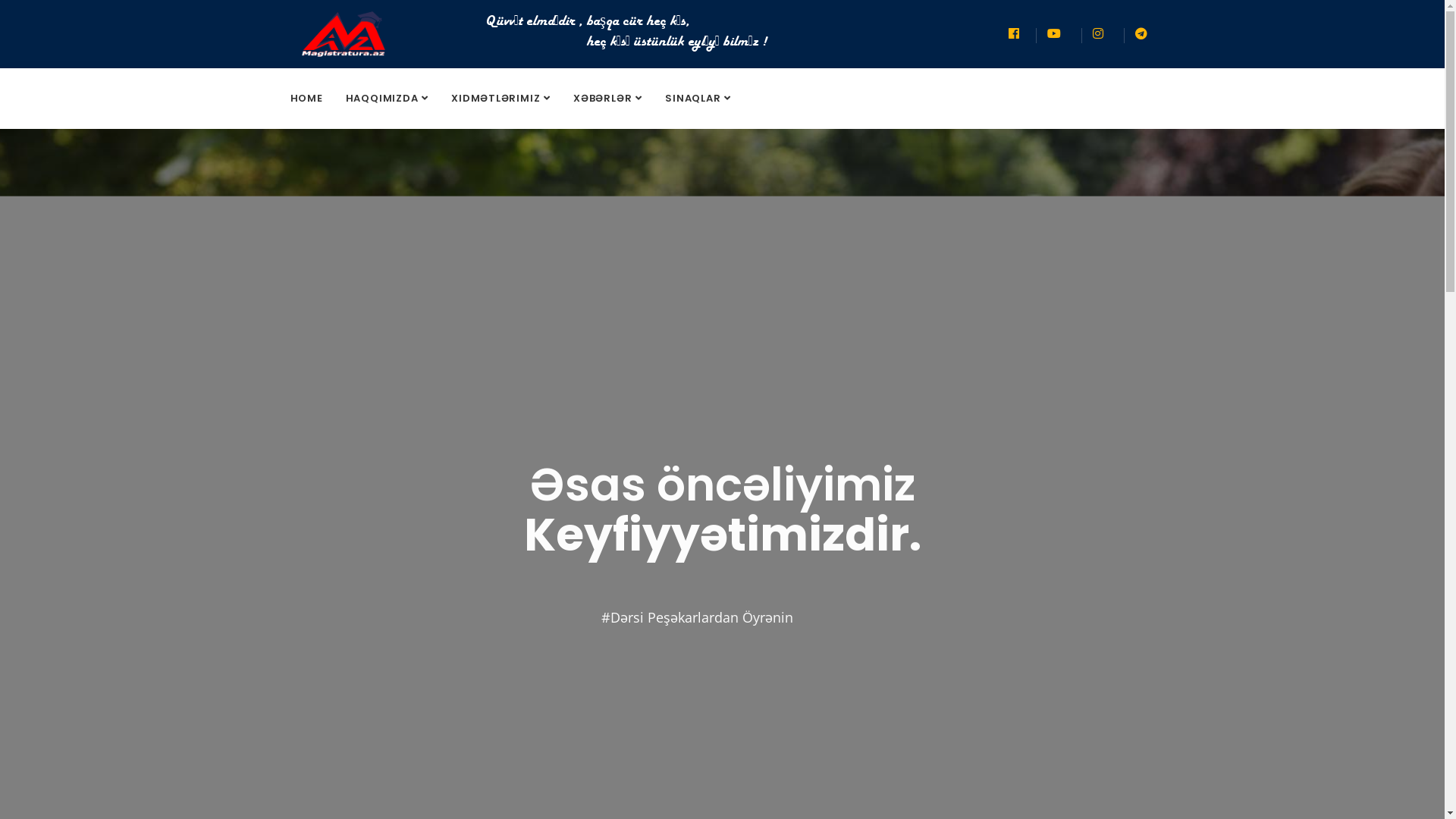 This screenshot has width=1456, height=819. What do you see at coordinates (697, 99) in the screenshot?
I see `'SINAQLAR'` at bounding box center [697, 99].